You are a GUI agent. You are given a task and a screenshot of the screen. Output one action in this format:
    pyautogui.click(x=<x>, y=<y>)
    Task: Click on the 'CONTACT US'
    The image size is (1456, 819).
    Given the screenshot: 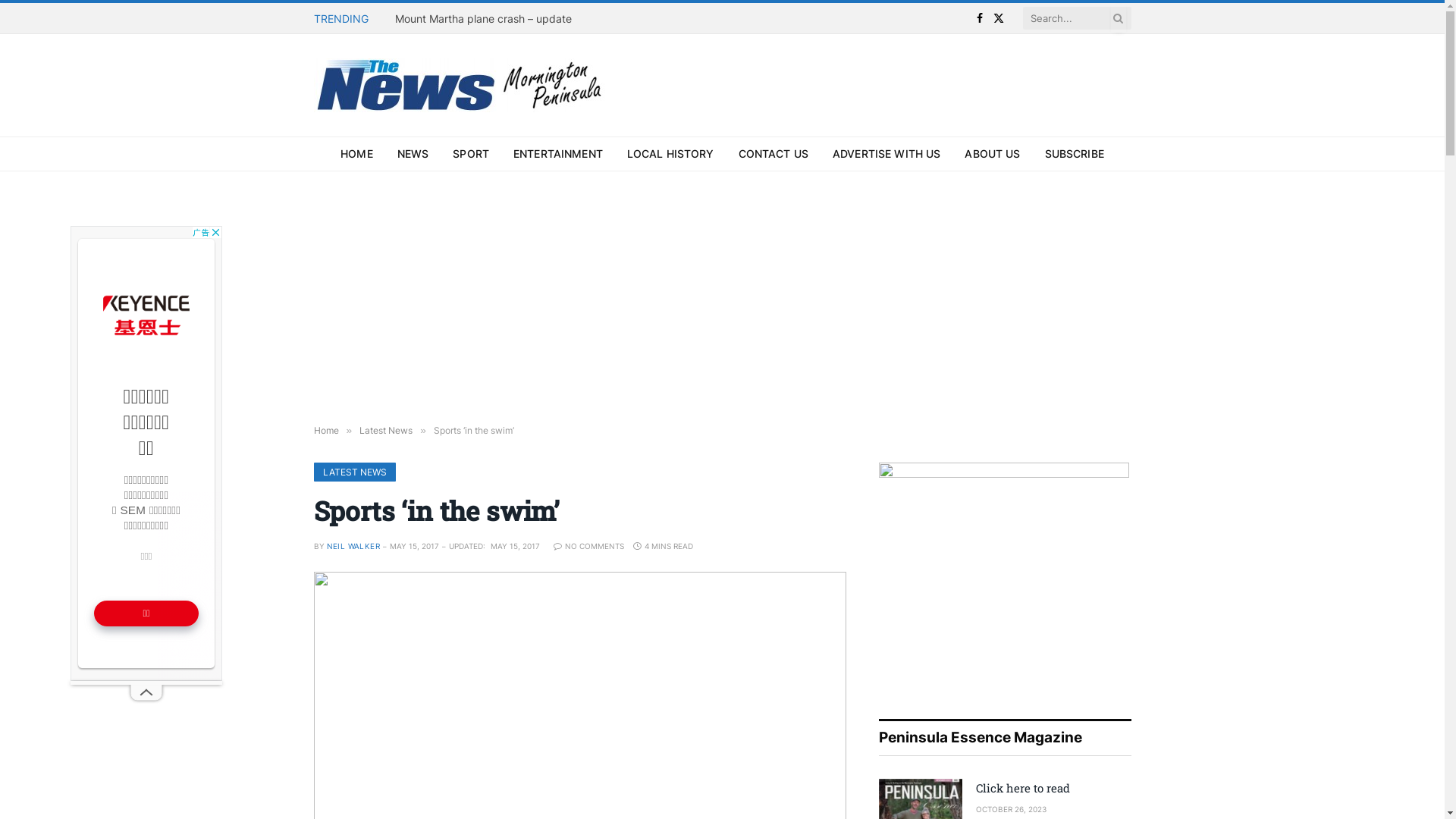 What is the action you would take?
    pyautogui.click(x=773, y=154)
    